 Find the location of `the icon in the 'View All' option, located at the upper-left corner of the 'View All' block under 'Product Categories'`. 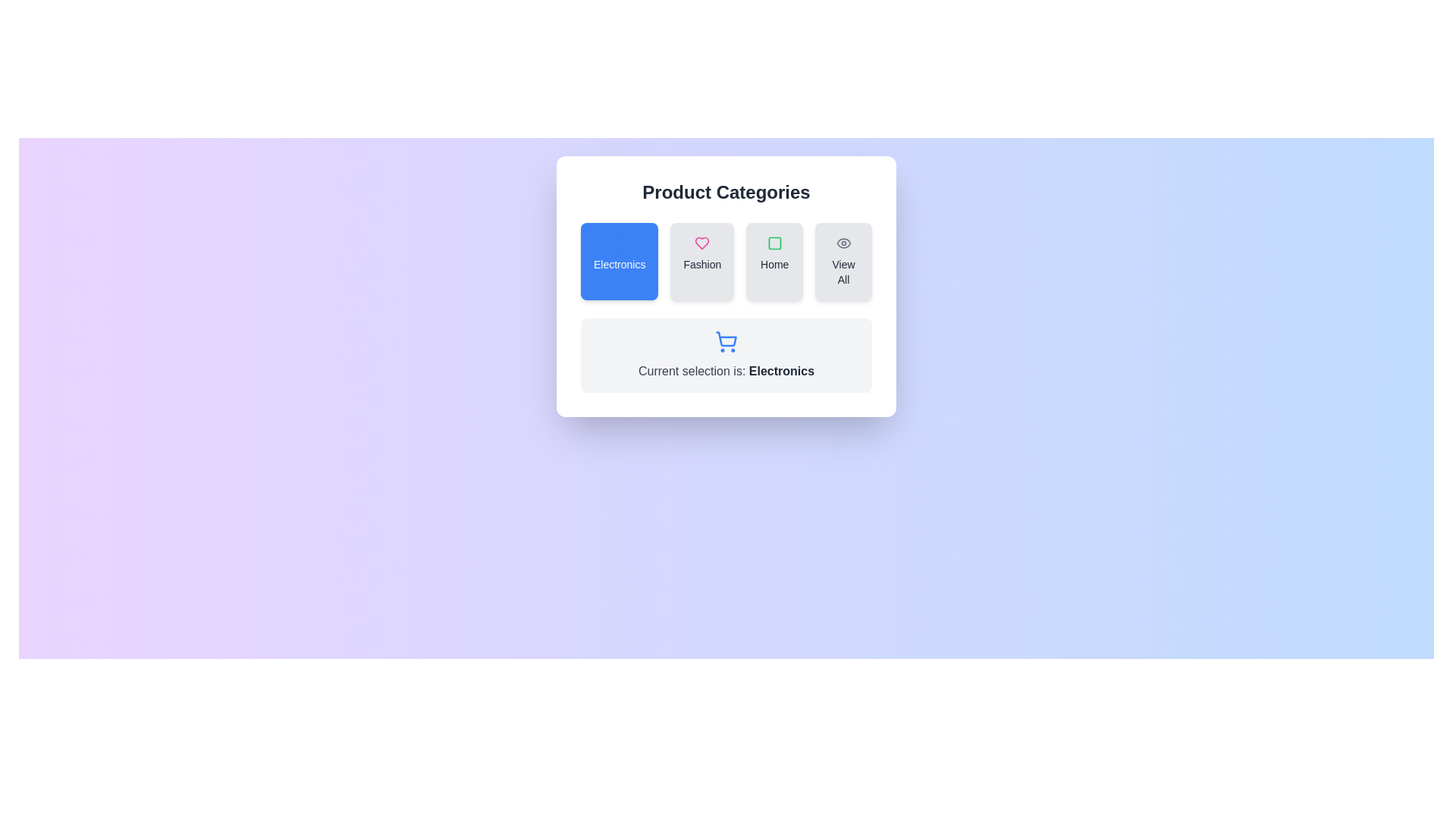

the icon in the 'View All' option, located at the upper-left corner of the 'View All' block under 'Product Categories' is located at coordinates (843, 242).